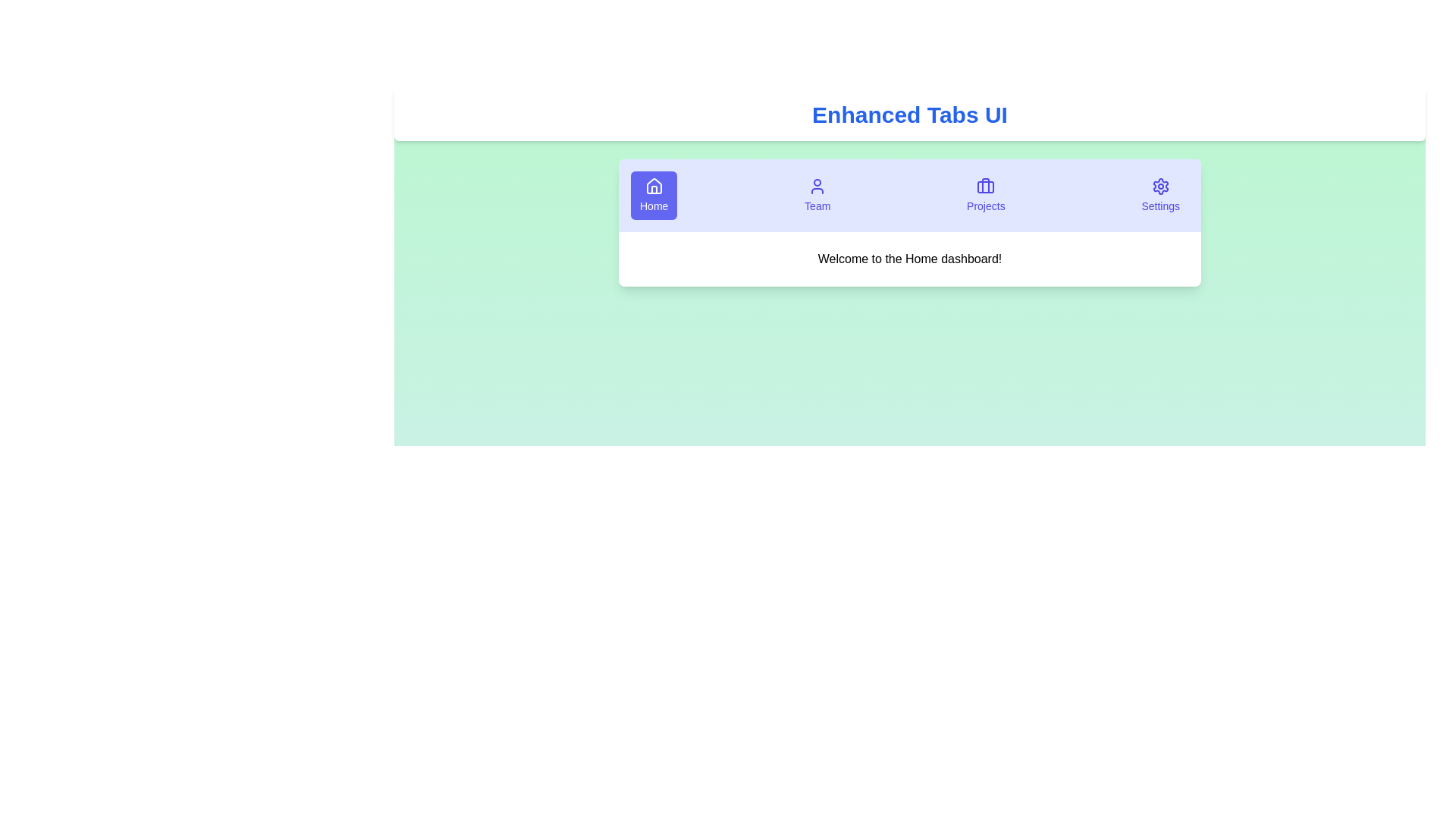 Image resolution: width=1456 pixels, height=819 pixels. I want to click on the settings icon located at the rightmost position in the navigation menu, so click(1159, 186).